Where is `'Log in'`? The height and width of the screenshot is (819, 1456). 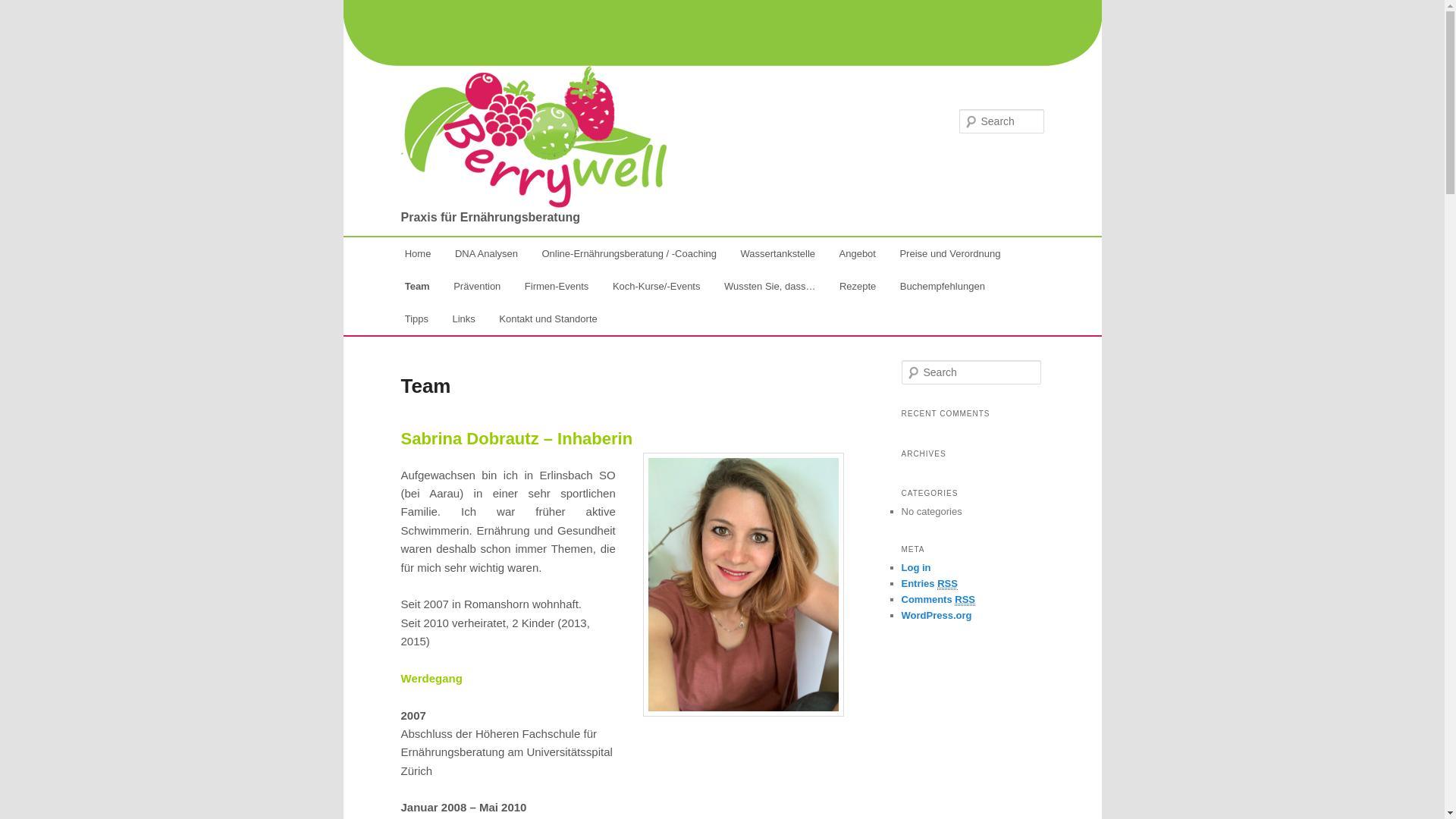
'Log in' is located at coordinates (915, 567).